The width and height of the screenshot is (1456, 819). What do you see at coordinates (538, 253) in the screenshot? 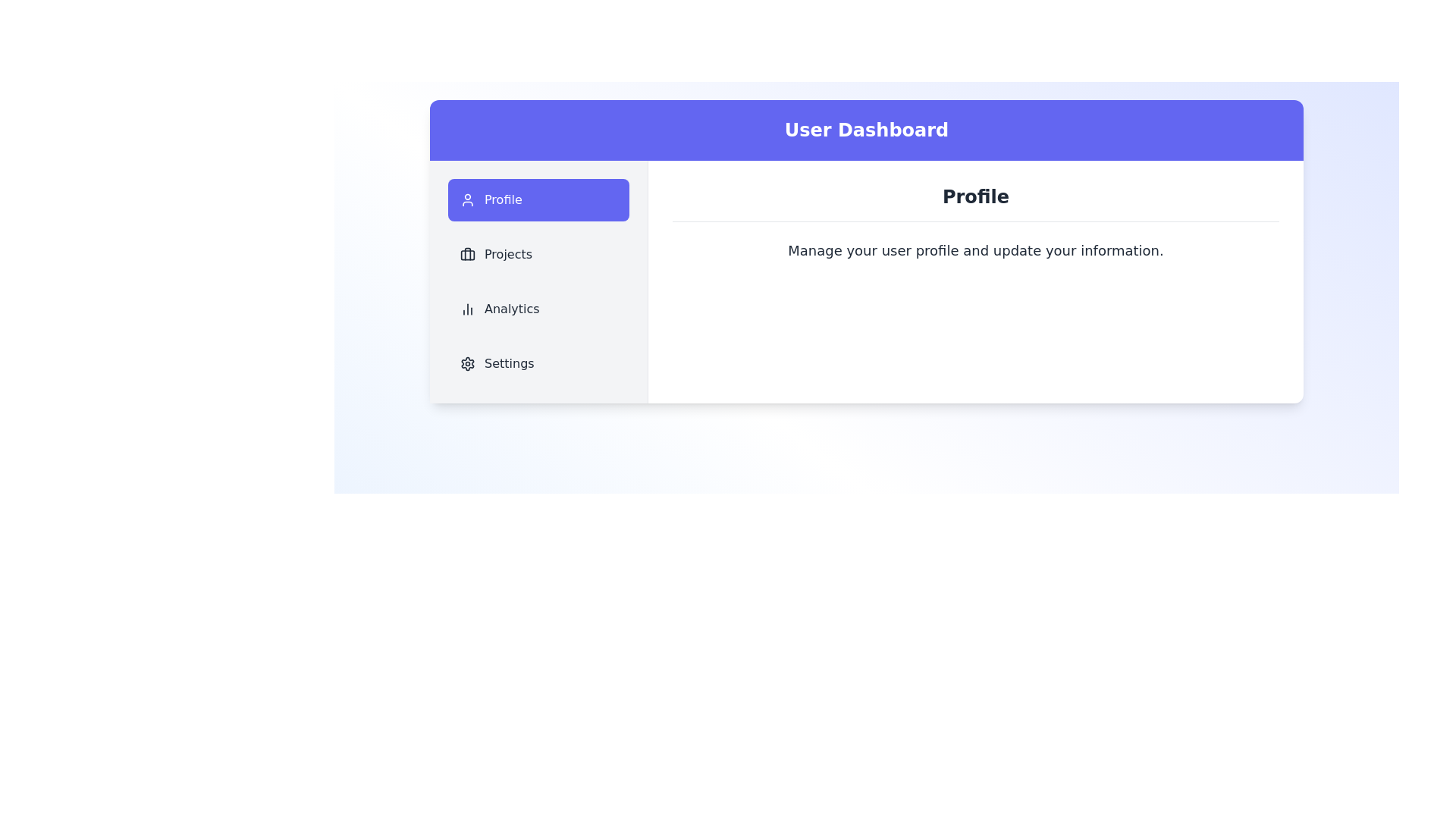
I see `the Projects tab in the sidebar` at bounding box center [538, 253].